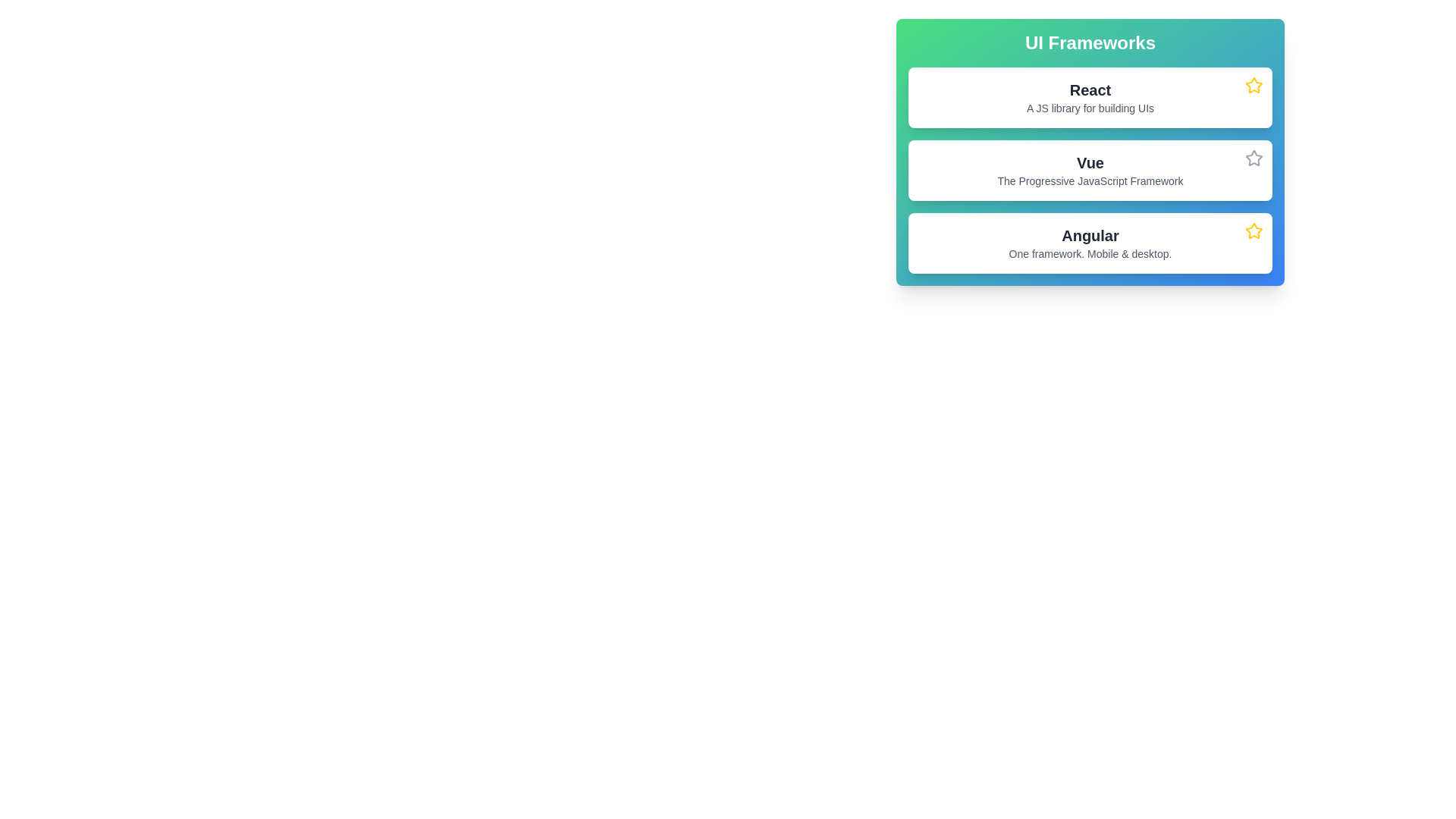 The image size is (1456, 819). What do you see at coordinates (1254, 85) in the screenshot?
I see `the star icon at the top-right corner of the card for the library 'React'` at bounding box center [1254, 85].